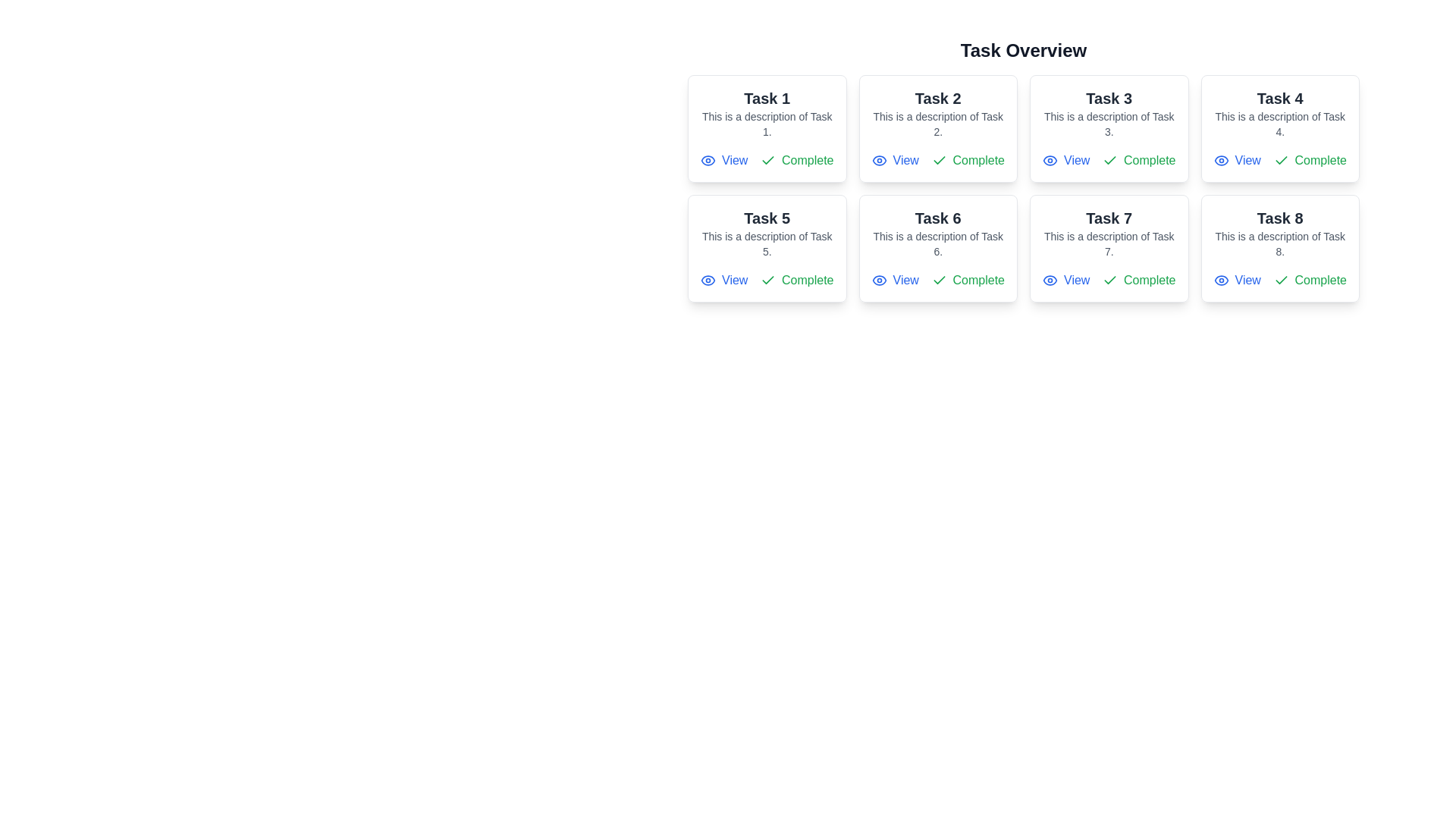  What do you see at coordinates (1309, 281) in the screenshot?
I see `the 'Complete' button with a green text label and checkmark icon located at the bottom right corner of the 'Task 8' card to mark the task as complete` at bounding box center [1309, 281].